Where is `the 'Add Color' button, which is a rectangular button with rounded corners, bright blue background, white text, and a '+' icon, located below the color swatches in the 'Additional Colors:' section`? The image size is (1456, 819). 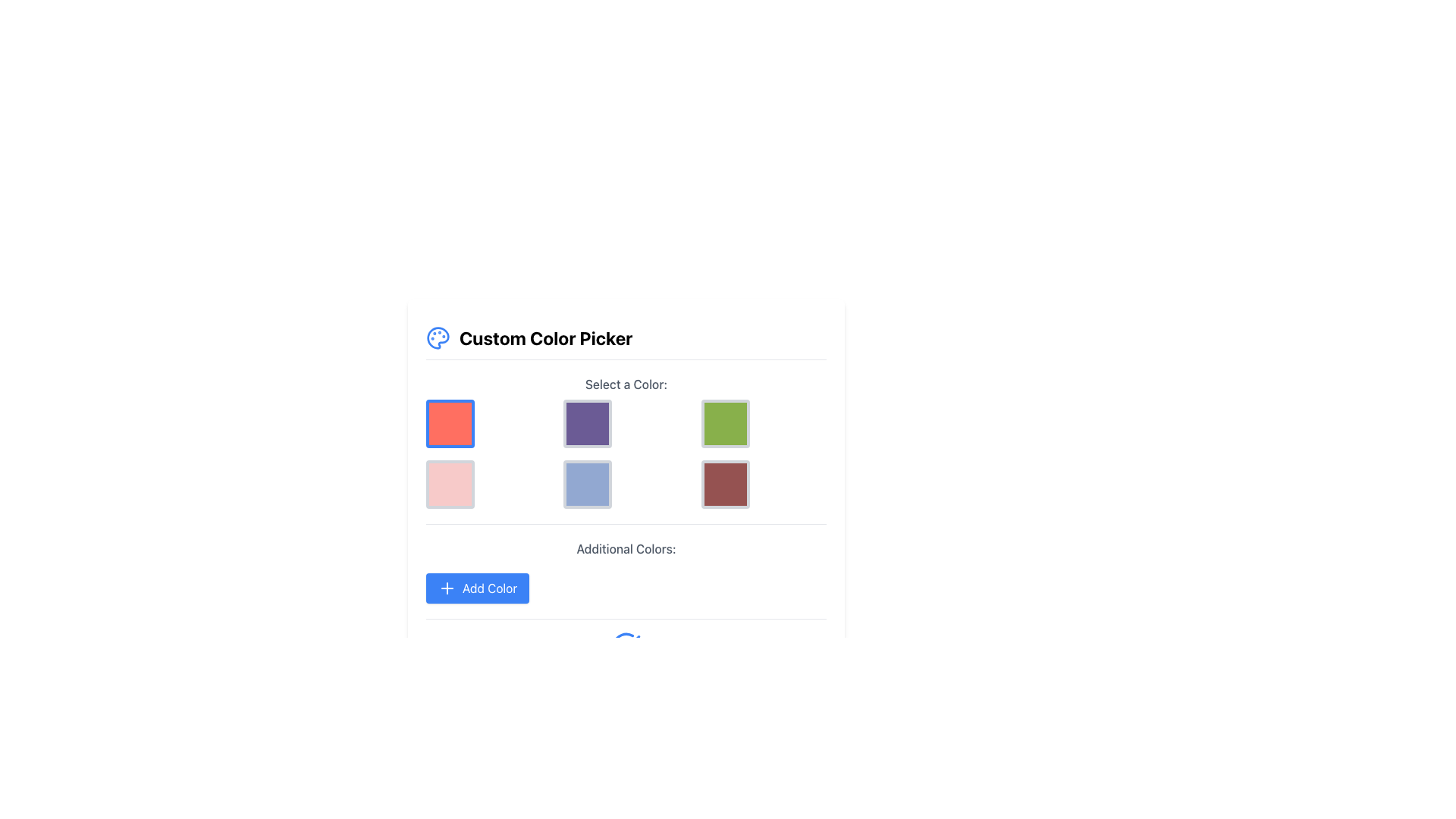 the 'Add Color' button, which is a rectangular button with rounded corners, bright blue background, white text, and a '+' icon, located below the color swatches in the 'Additional Colors:' section is located at coordinates (477, 587).